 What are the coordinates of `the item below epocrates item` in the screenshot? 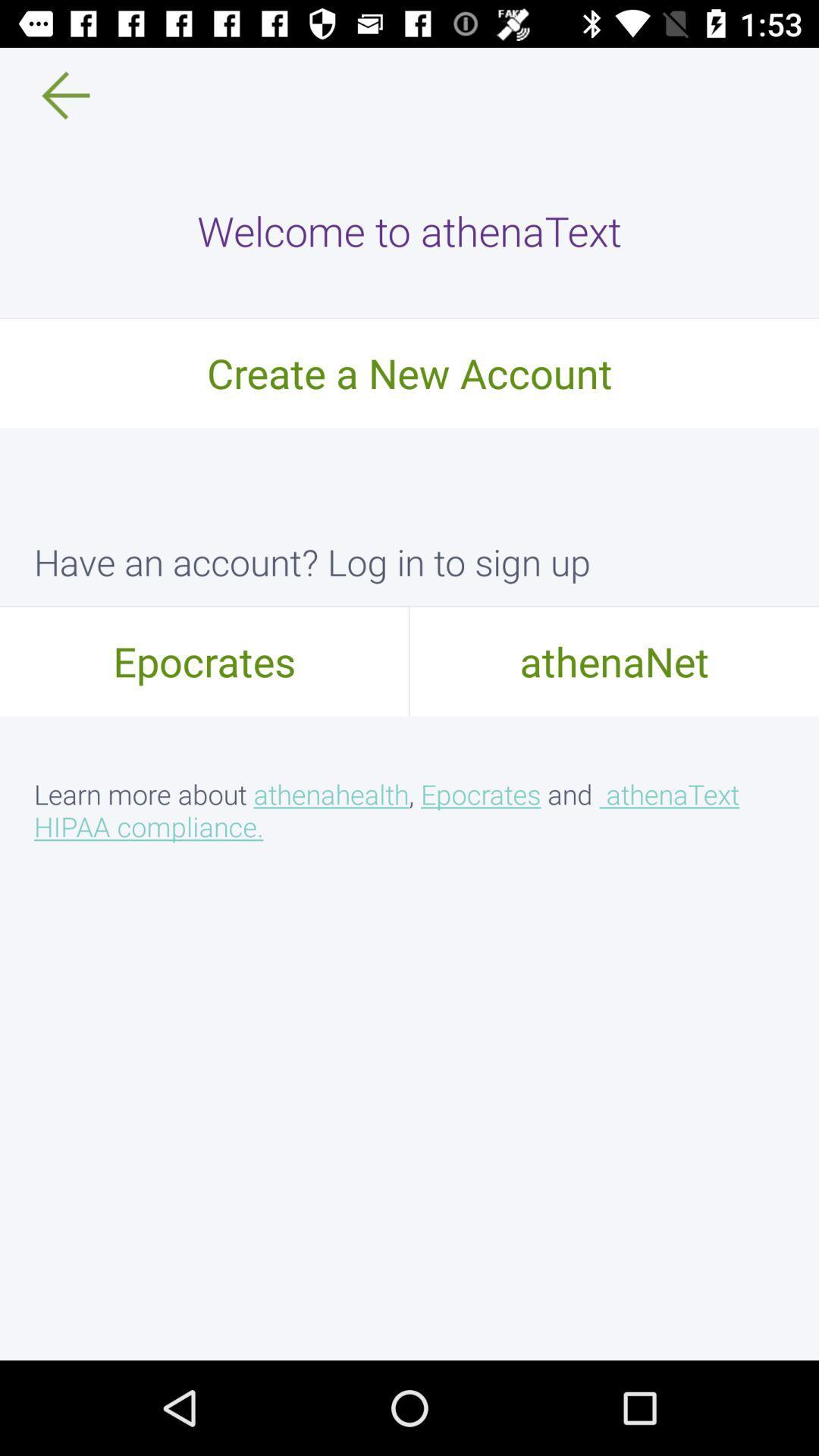 It's located at (409, 809).